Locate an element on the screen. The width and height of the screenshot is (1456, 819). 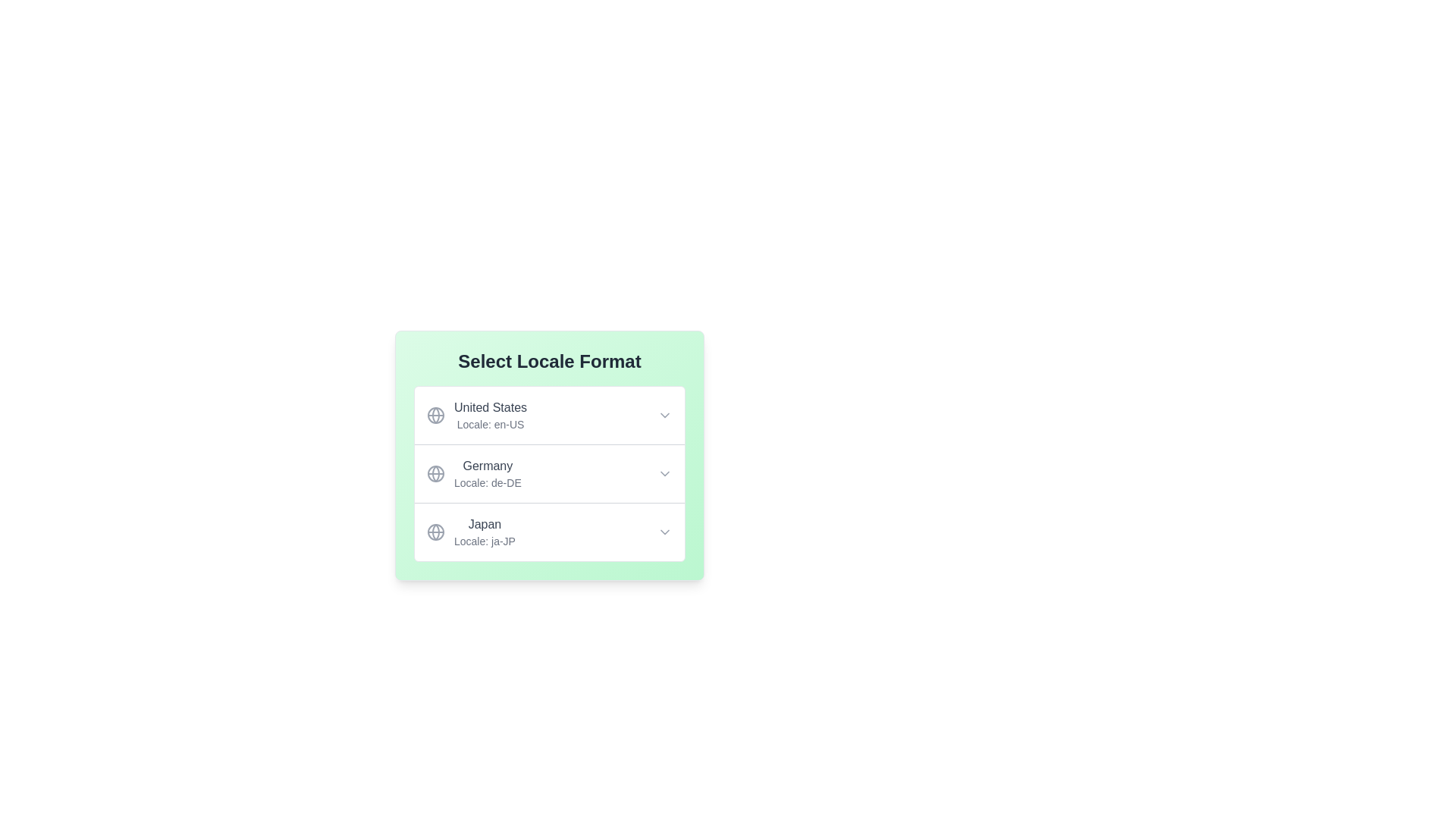
the downward-facing chevron icon located to the right side of the 'Germany' text is located at coordinates (665, 472).